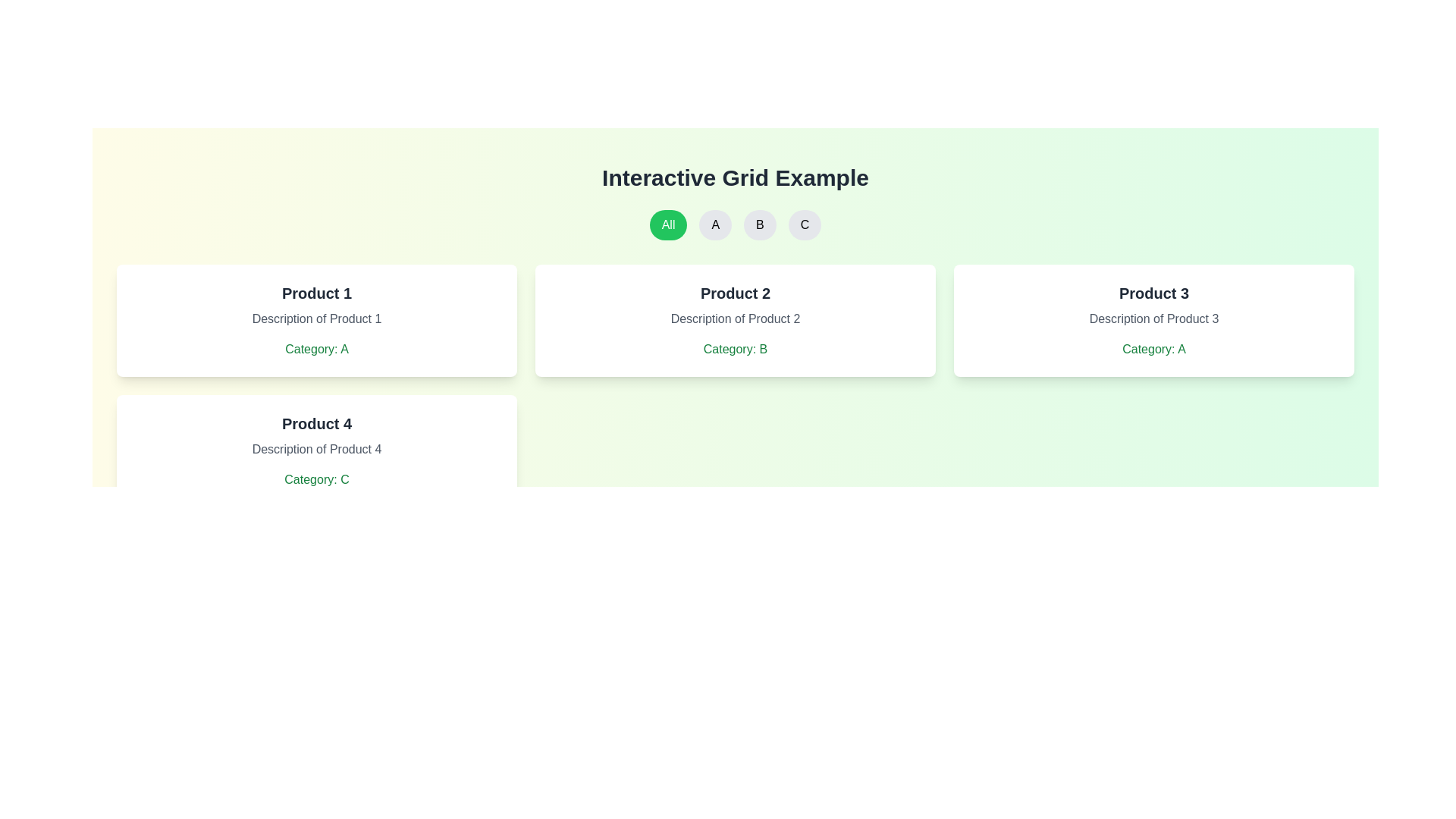  I want to click on the Text label that provides descriptive details about 'Product 4', located in the lower part of the card under the title 'Product 4', so click(315, 449).